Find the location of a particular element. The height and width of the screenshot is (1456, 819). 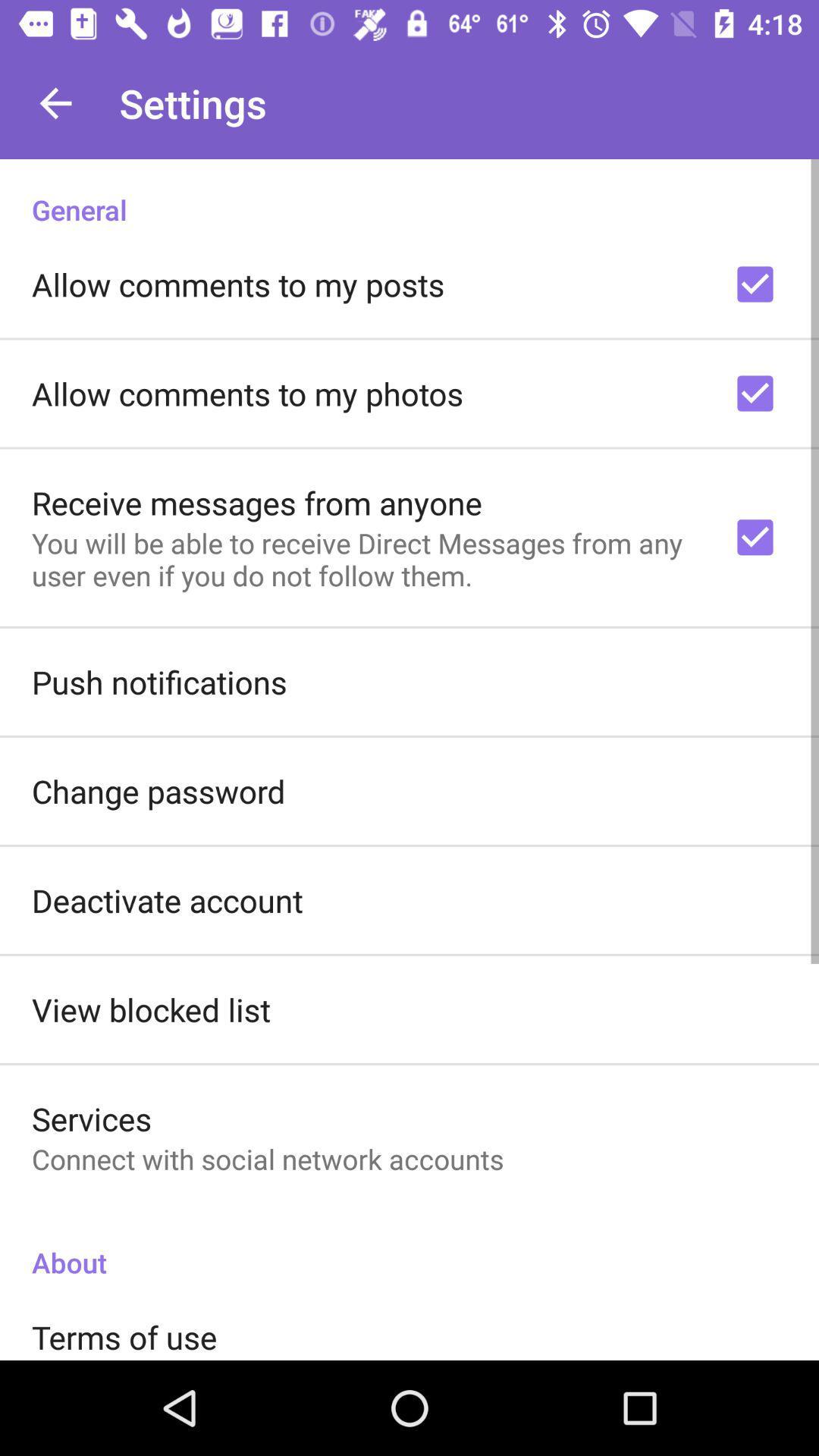

the item above deactivate account icon is located at coordinates (158, 790).